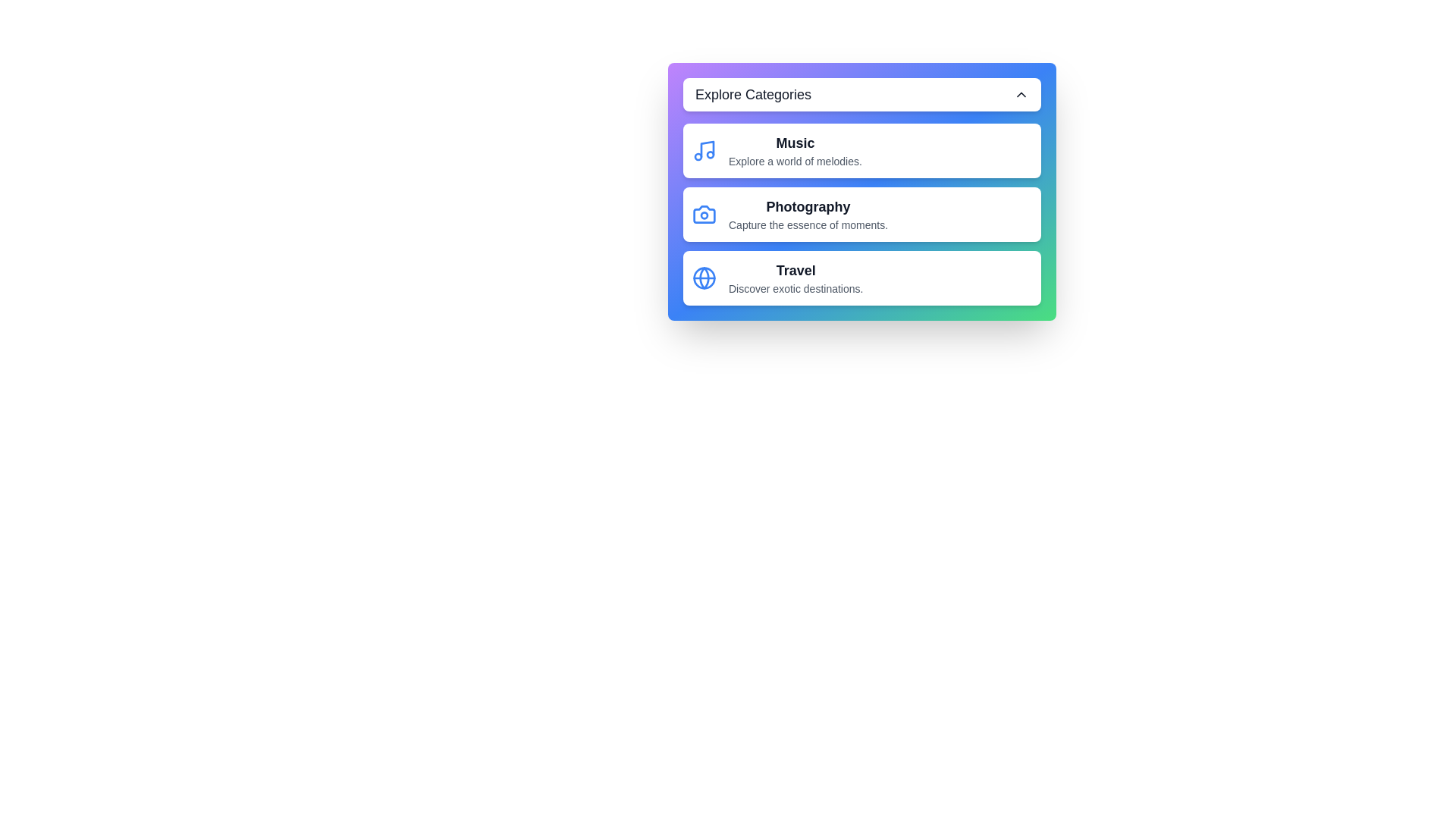  I want to click on the menu item Music, so click(862, 151).